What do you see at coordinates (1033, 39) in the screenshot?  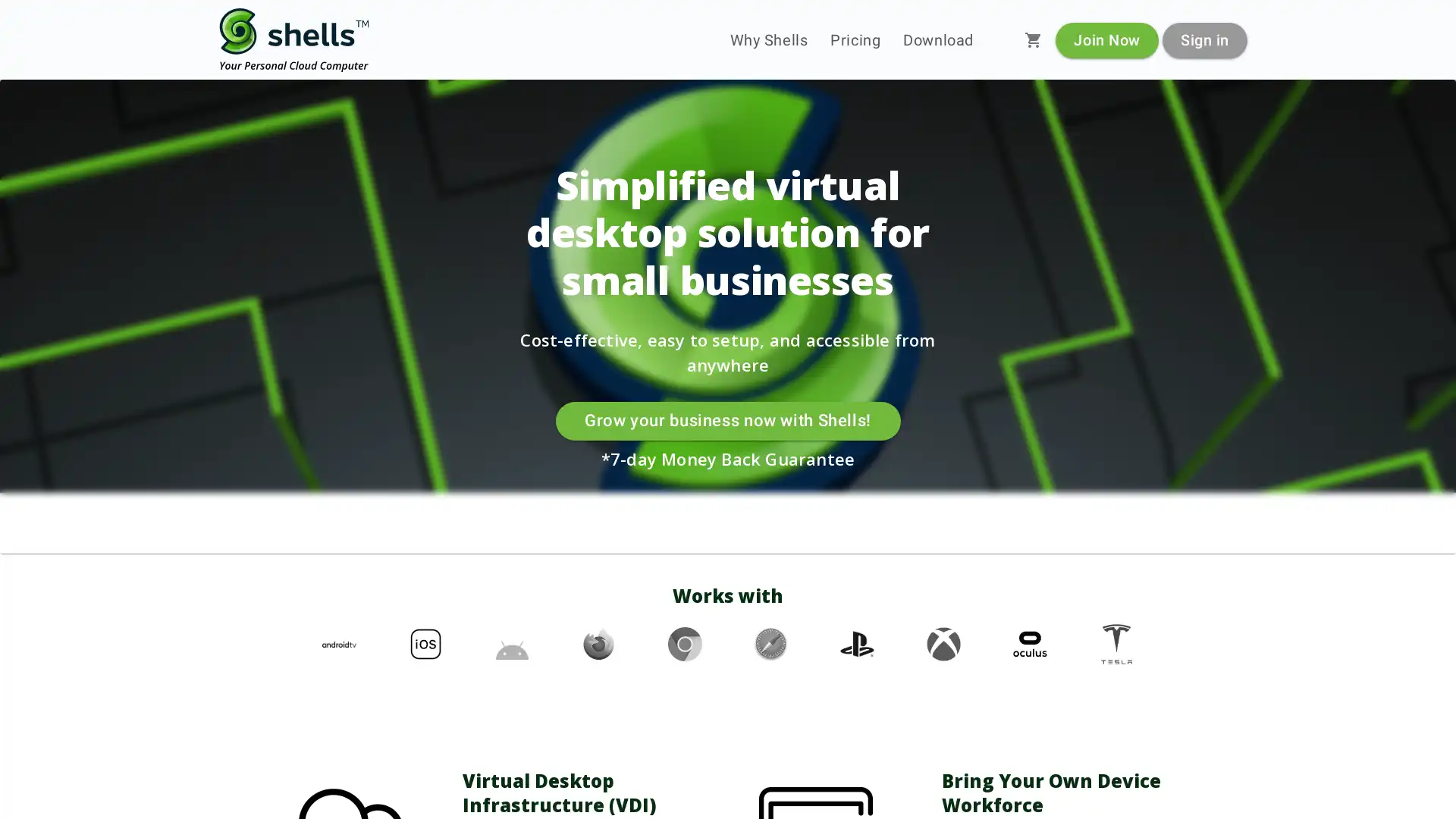 I see `cart` at bounding box center [1033, 39].